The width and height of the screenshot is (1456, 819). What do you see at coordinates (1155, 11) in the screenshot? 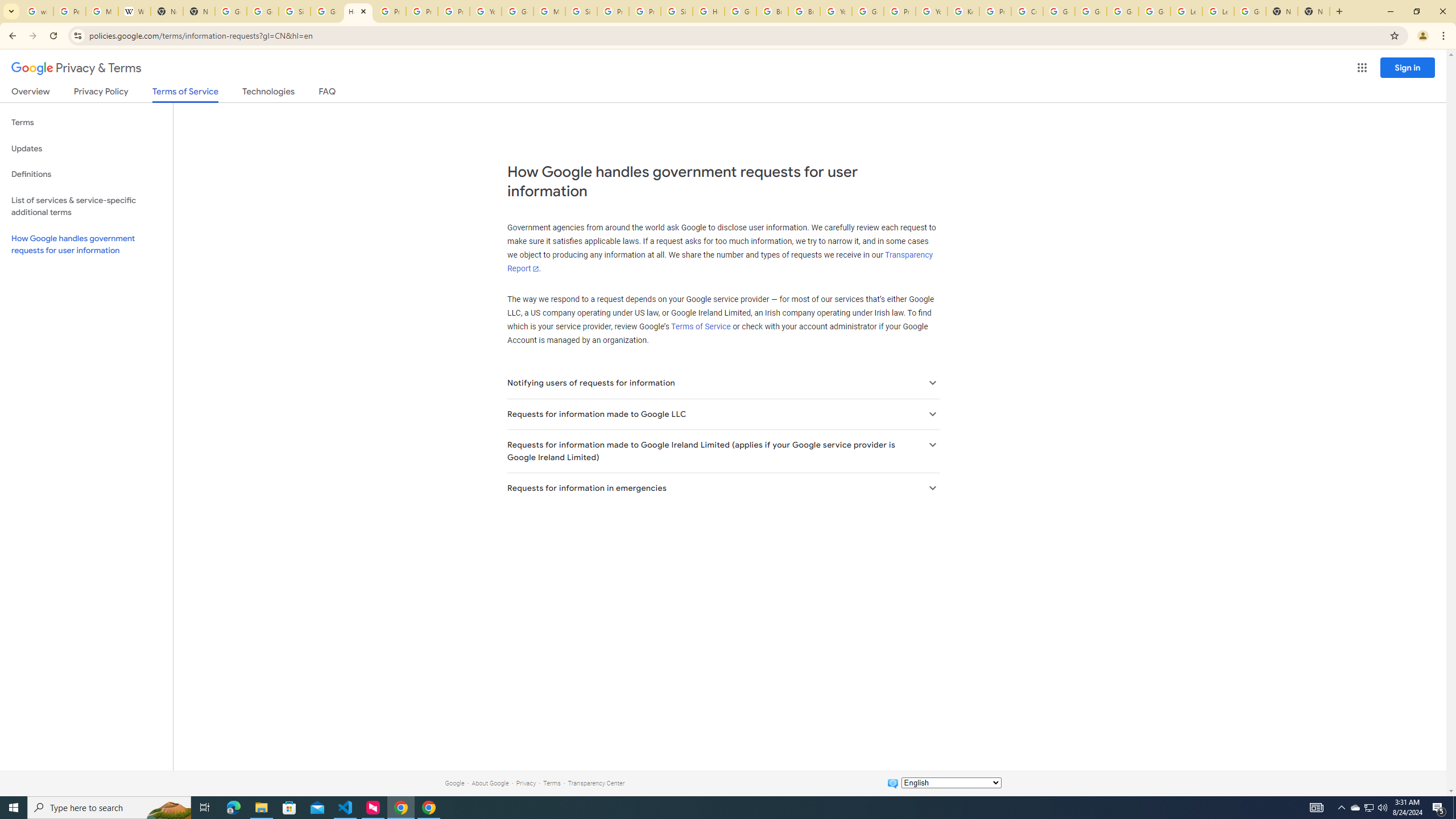
I see `'Google Account Help'` at bounding box center [1155, 11].